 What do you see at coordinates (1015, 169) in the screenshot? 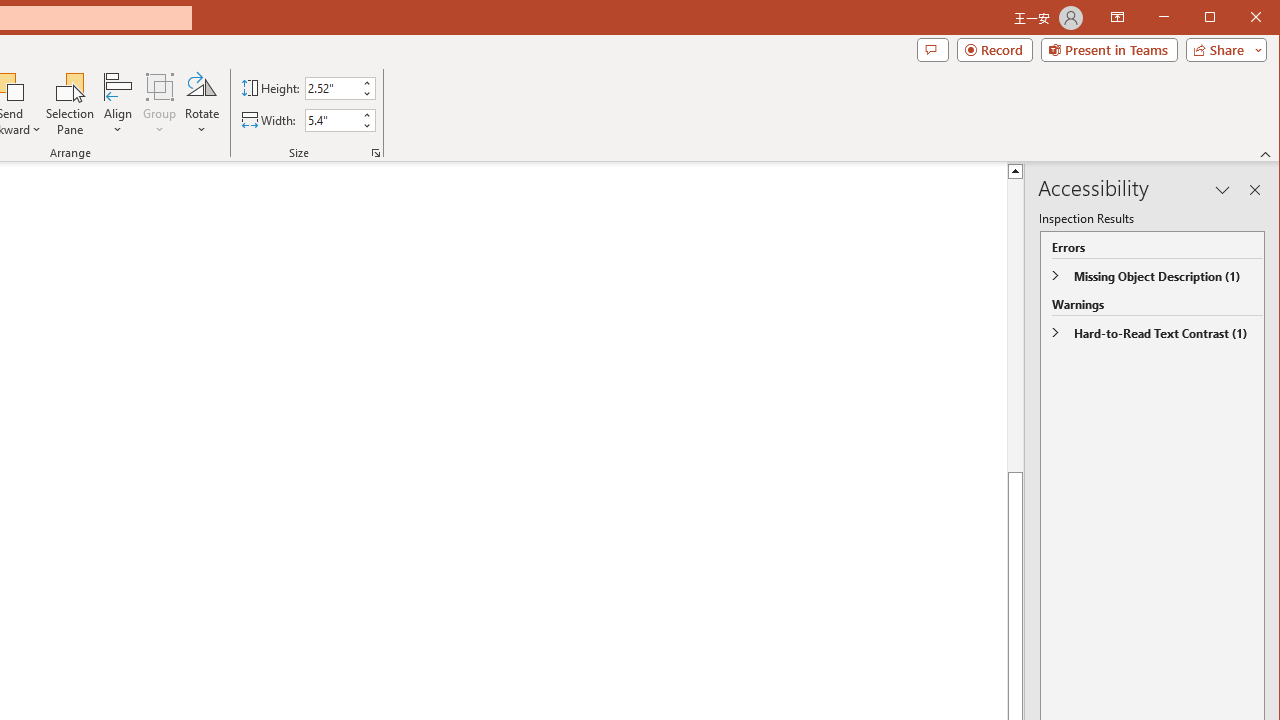
I see `'Line up'` at bounding box center [1015, 169].